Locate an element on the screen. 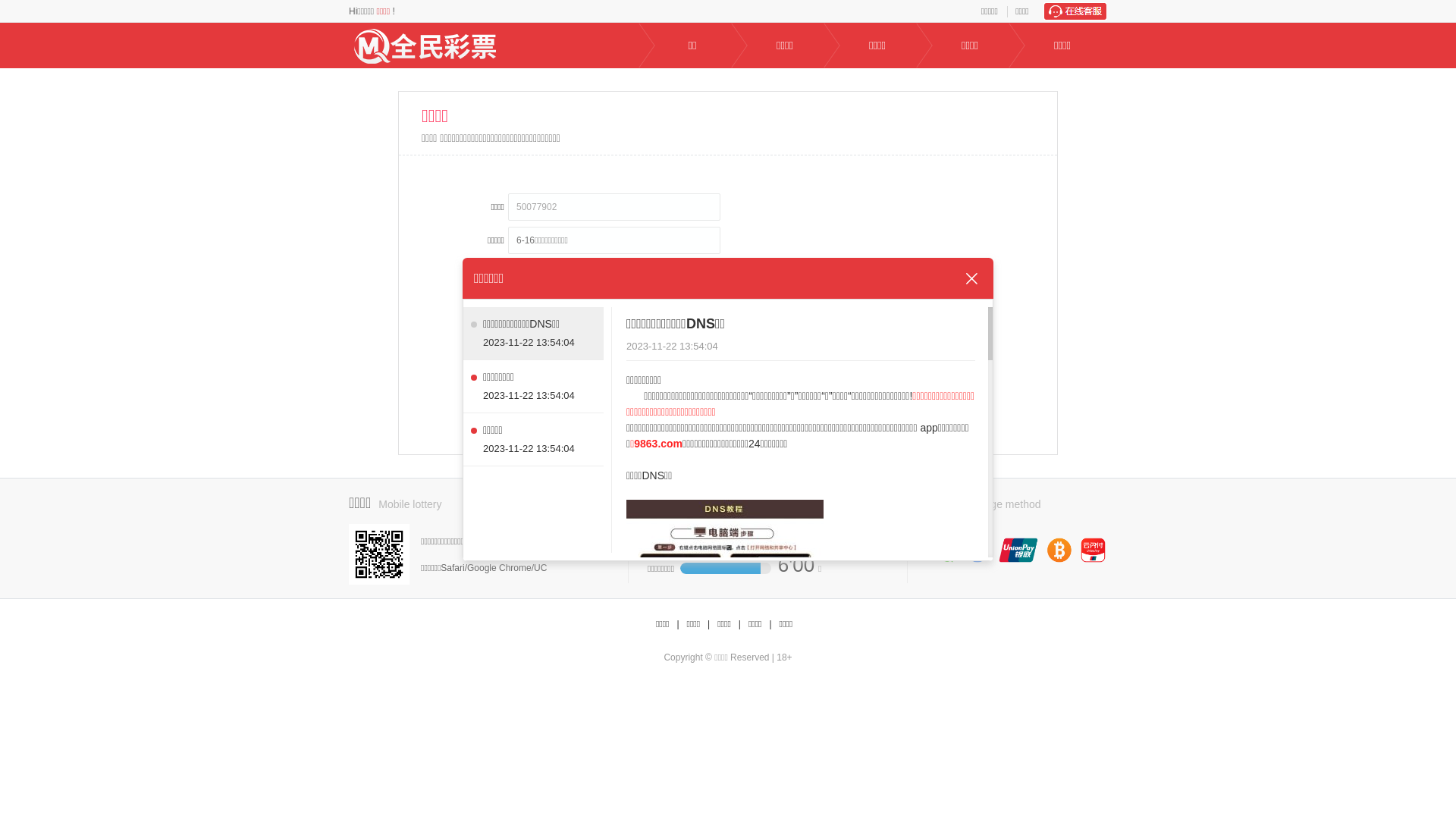  '|' is located at coordinates (708, 624).